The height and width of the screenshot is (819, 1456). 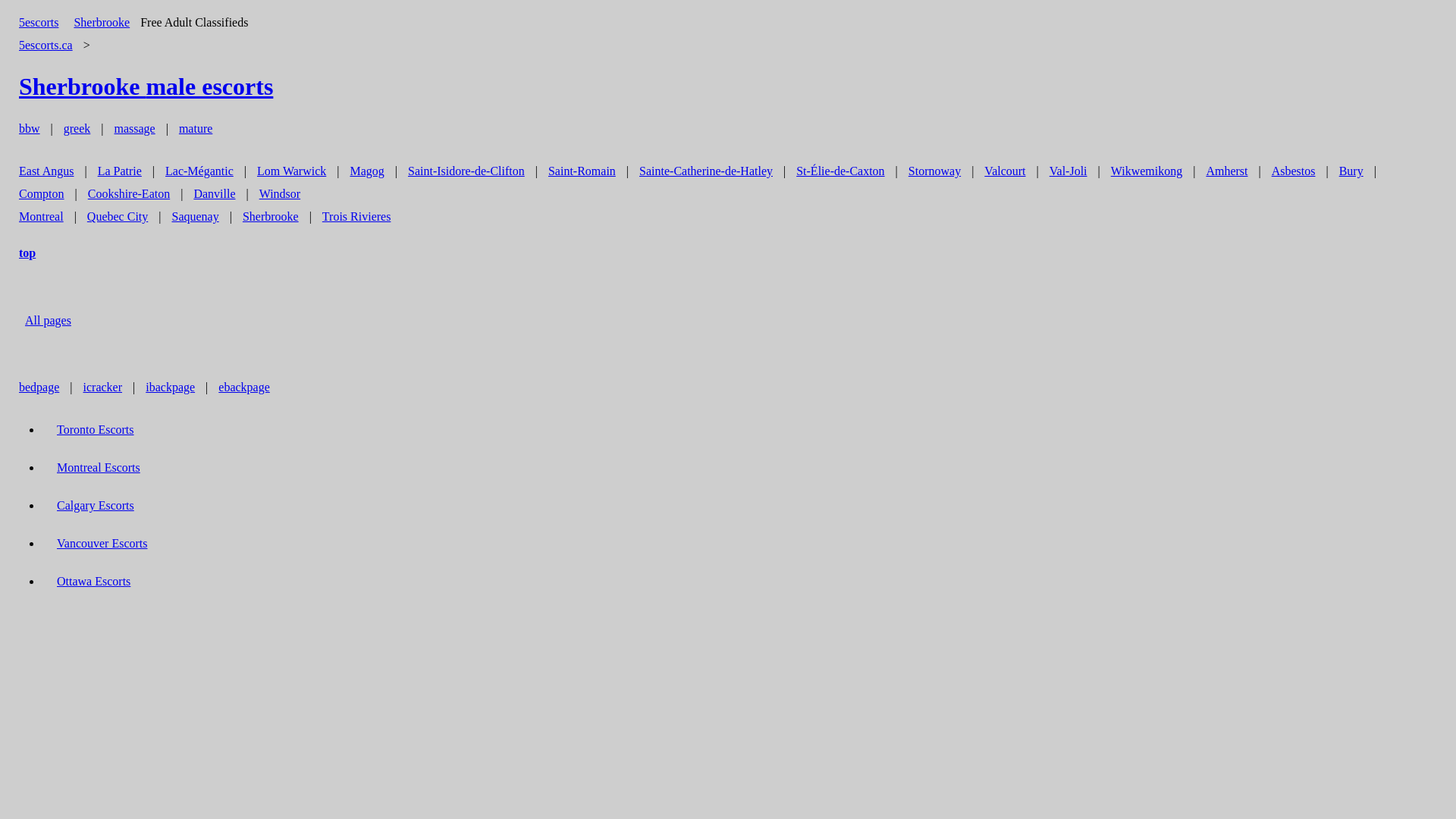 What do you see at coordinates (280, 193) in the screenshot?
I see `'Windsor'` at bounding box center [280, 193].